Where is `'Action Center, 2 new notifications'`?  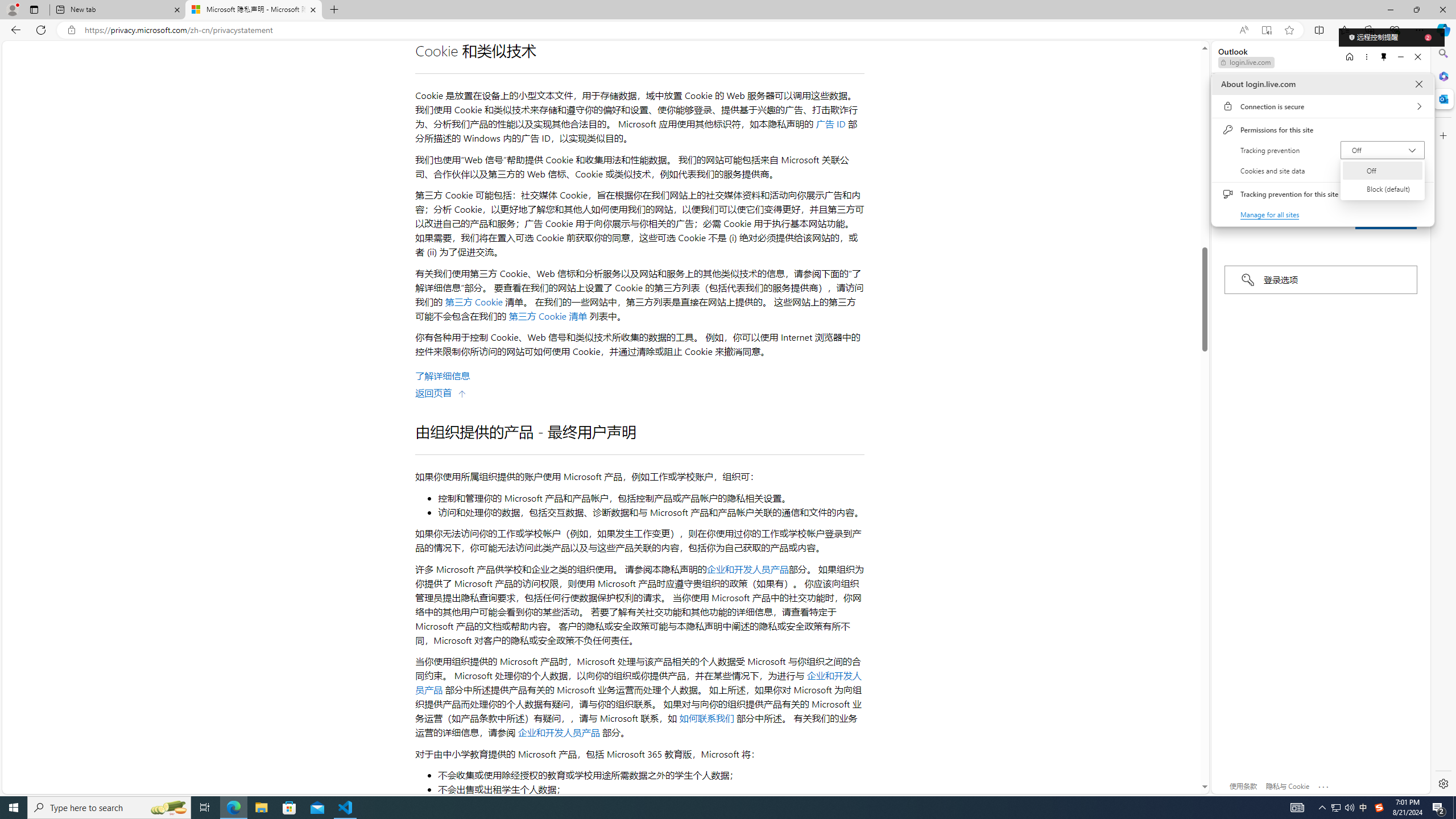 'Action Center, 2 new notifications' is located at coordinates (1439, 806).